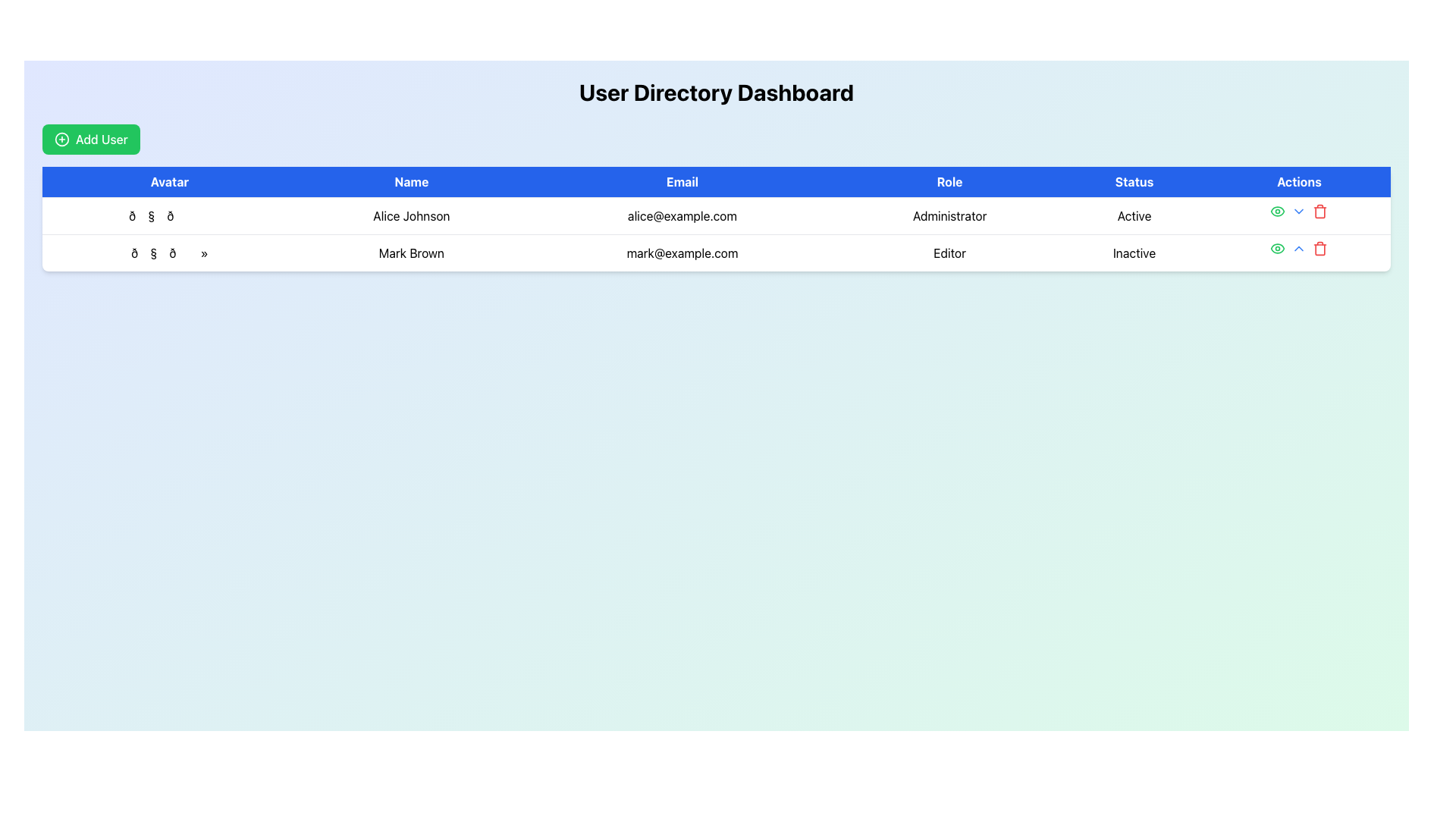 This screenshot has width=1456, height=819. What do you see at coordinates (1298, 181) in the screenshot?
I see `the 'Actions' text label, which is the sixth header in a row, located at the rightmost position and aligning with user action icons below it` at bounding box center [1298, 181].